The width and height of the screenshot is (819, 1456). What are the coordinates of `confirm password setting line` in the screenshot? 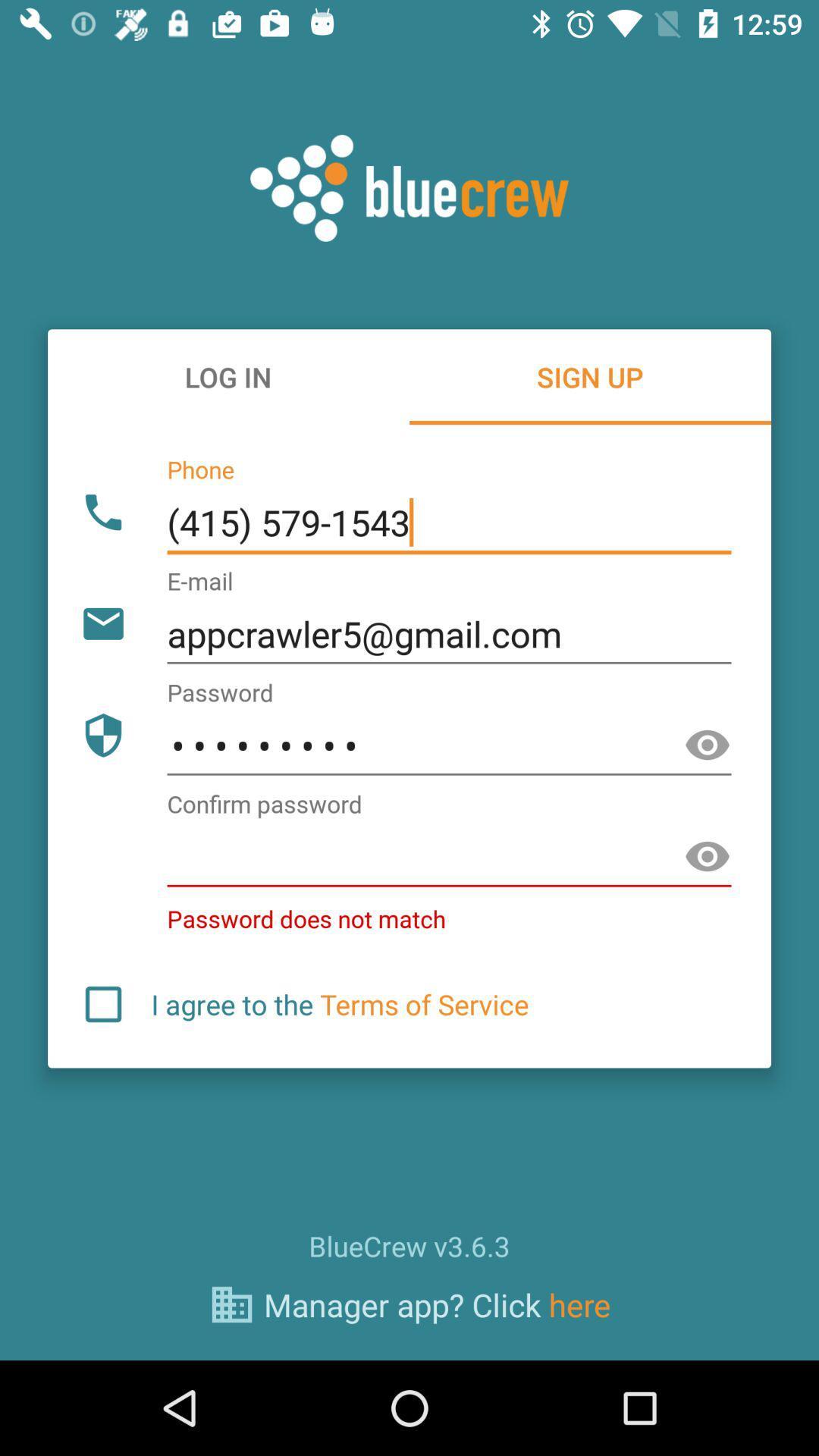 It's located at (448, 858).